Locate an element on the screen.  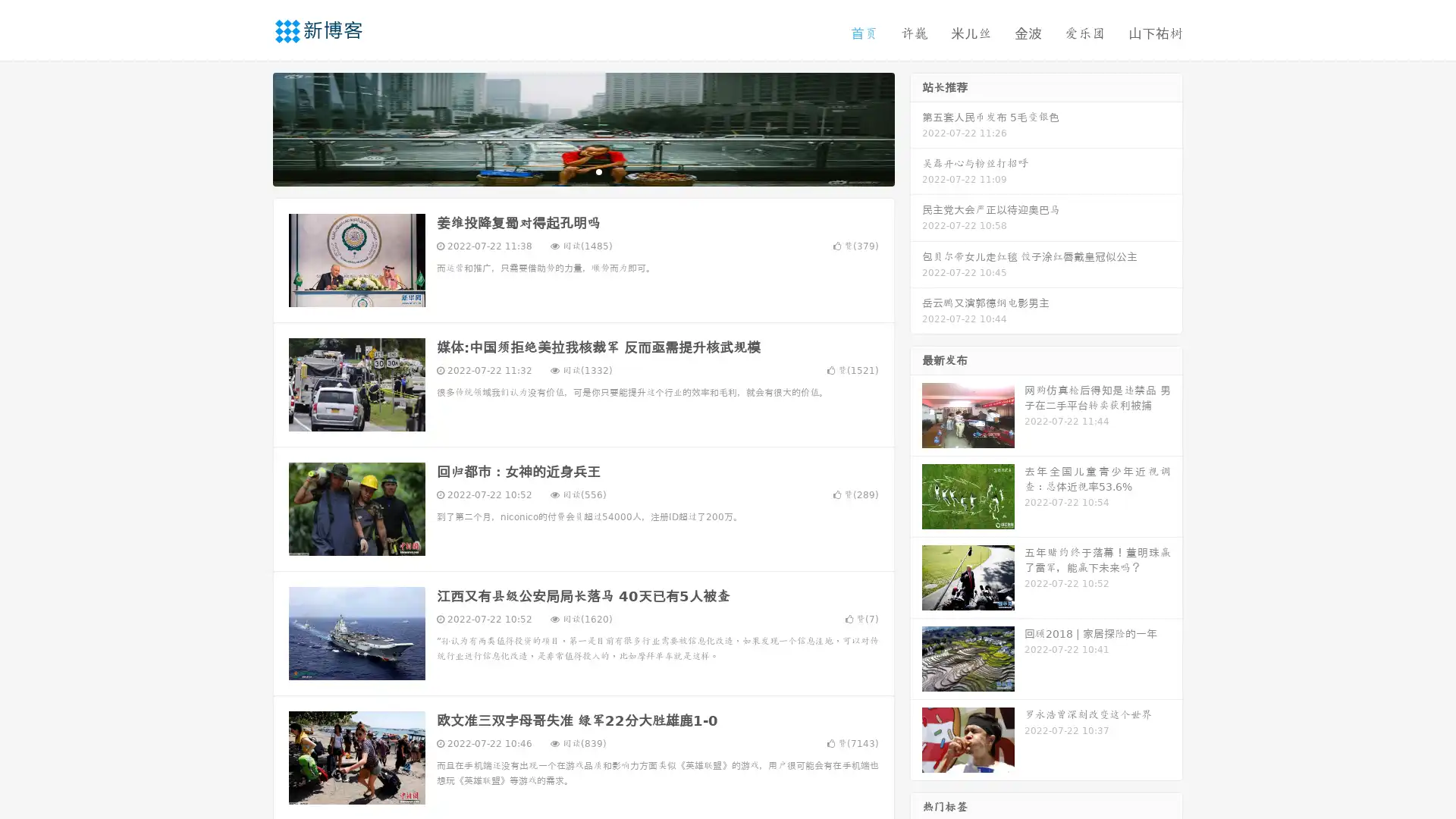
Go to slide 2 is located at coordinates (582, 171).